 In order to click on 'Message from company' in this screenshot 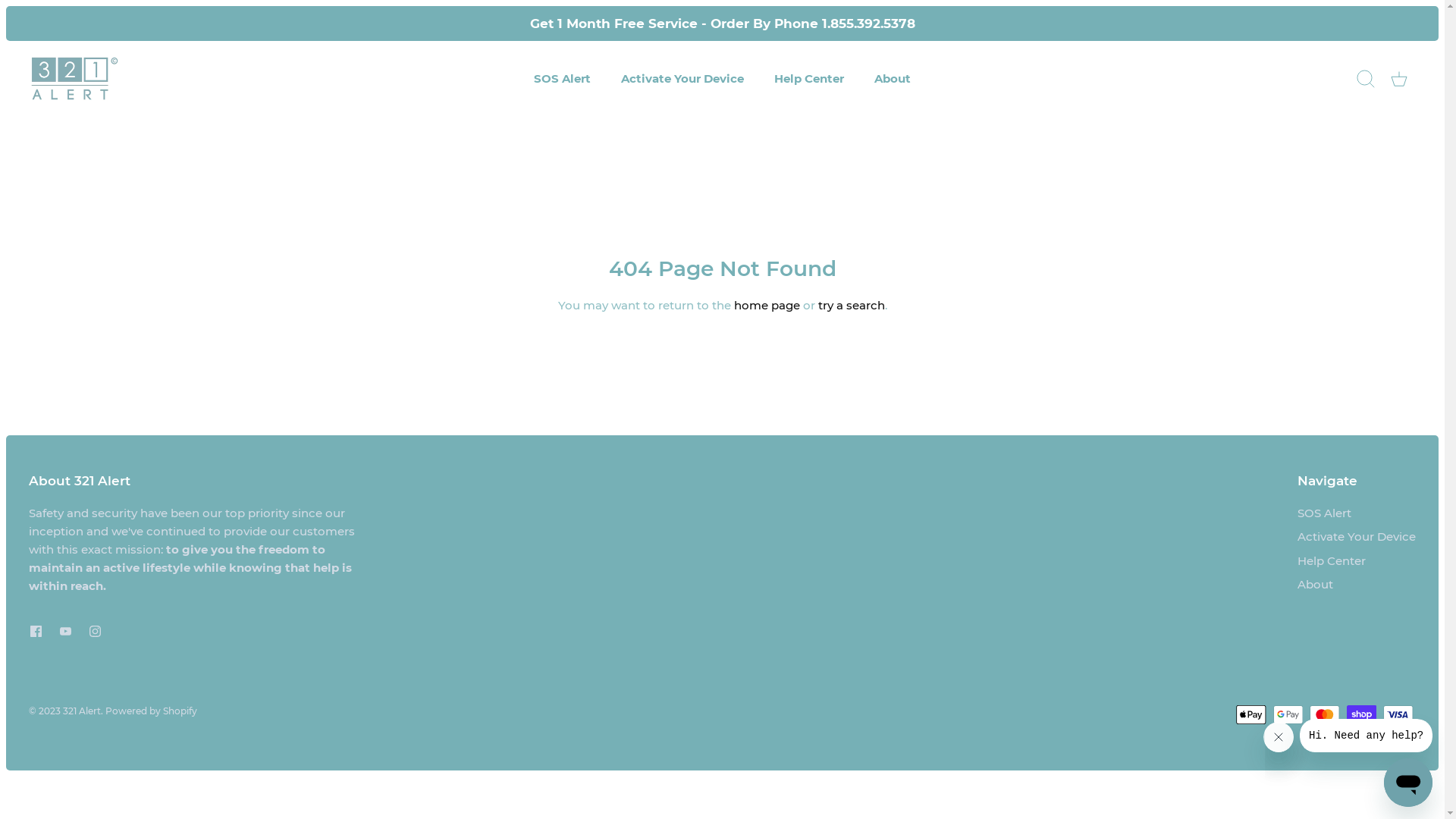, I will do `click(1366, 734)`.